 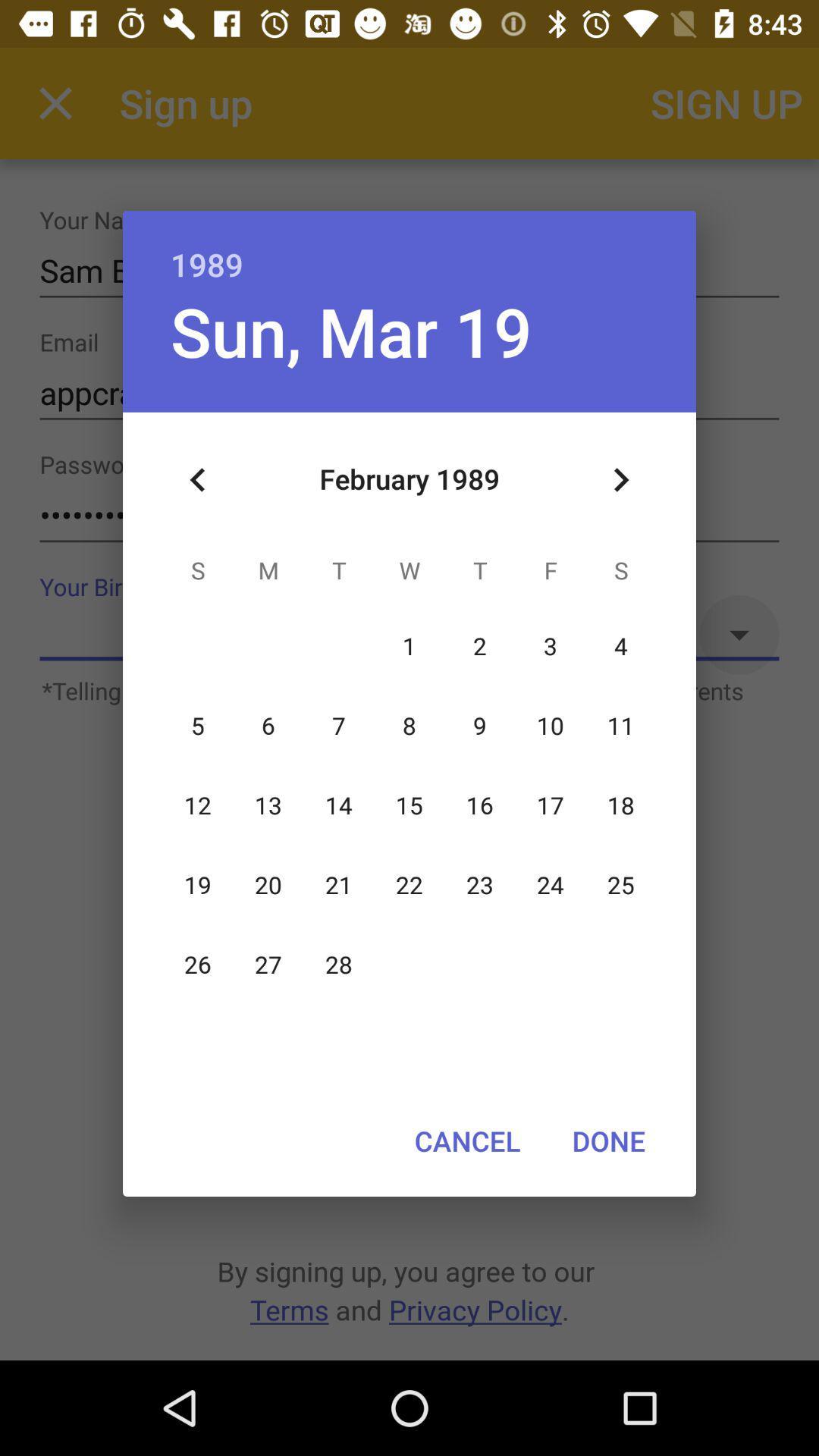 What do you see at coordinates (197, 479) in the screenshot?
I see `icon below sun, mar 19` at bounding box center [197, 479].